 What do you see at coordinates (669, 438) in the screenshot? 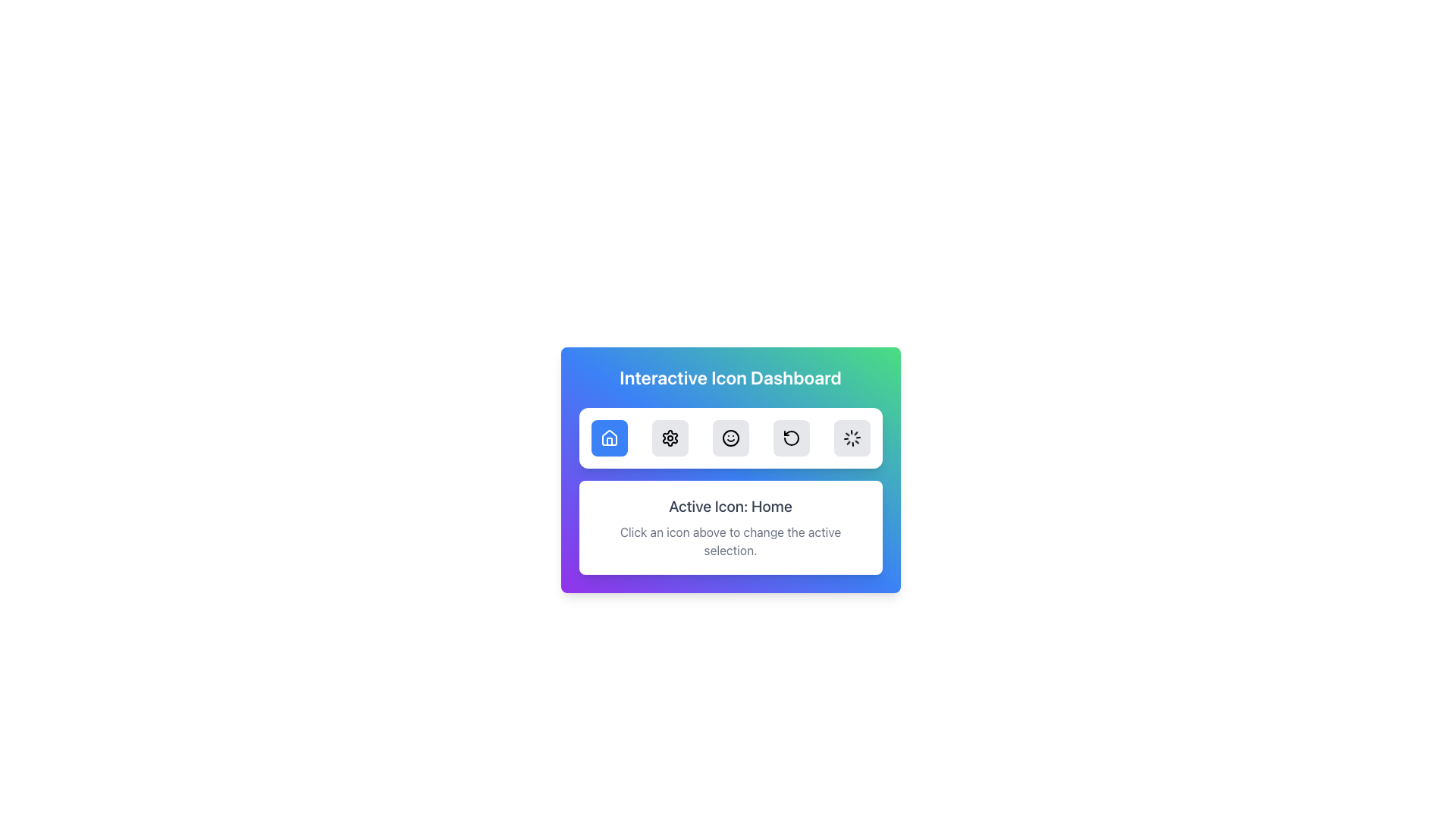
I see `the cogwheel icon button, which is the second icon in the top row of the Interactive Icon Dashboard` at bounding box center [669, 438].